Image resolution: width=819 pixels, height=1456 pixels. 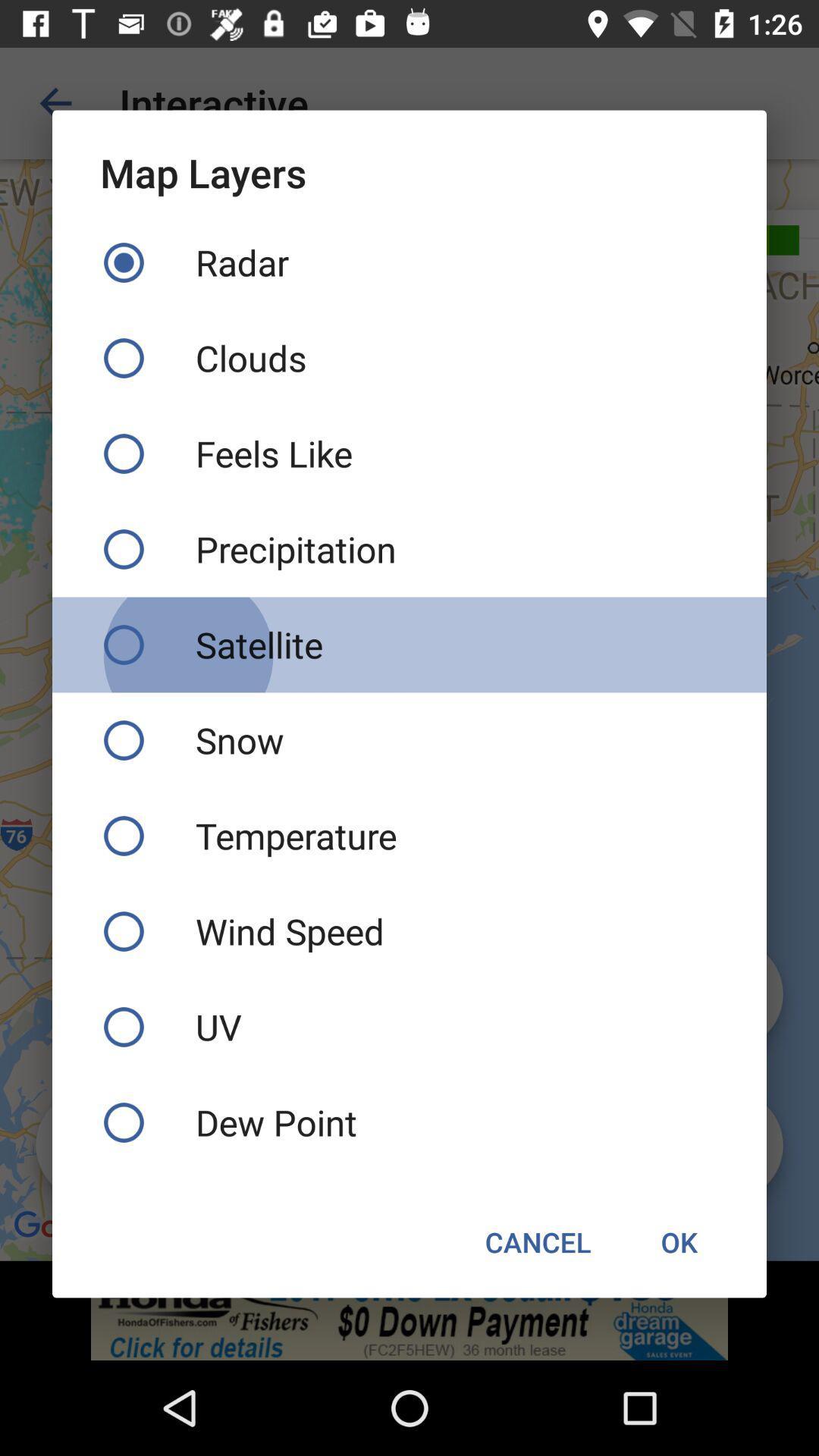 I want to click on the icon next to cancel icon, so click(x=678, y=1241).